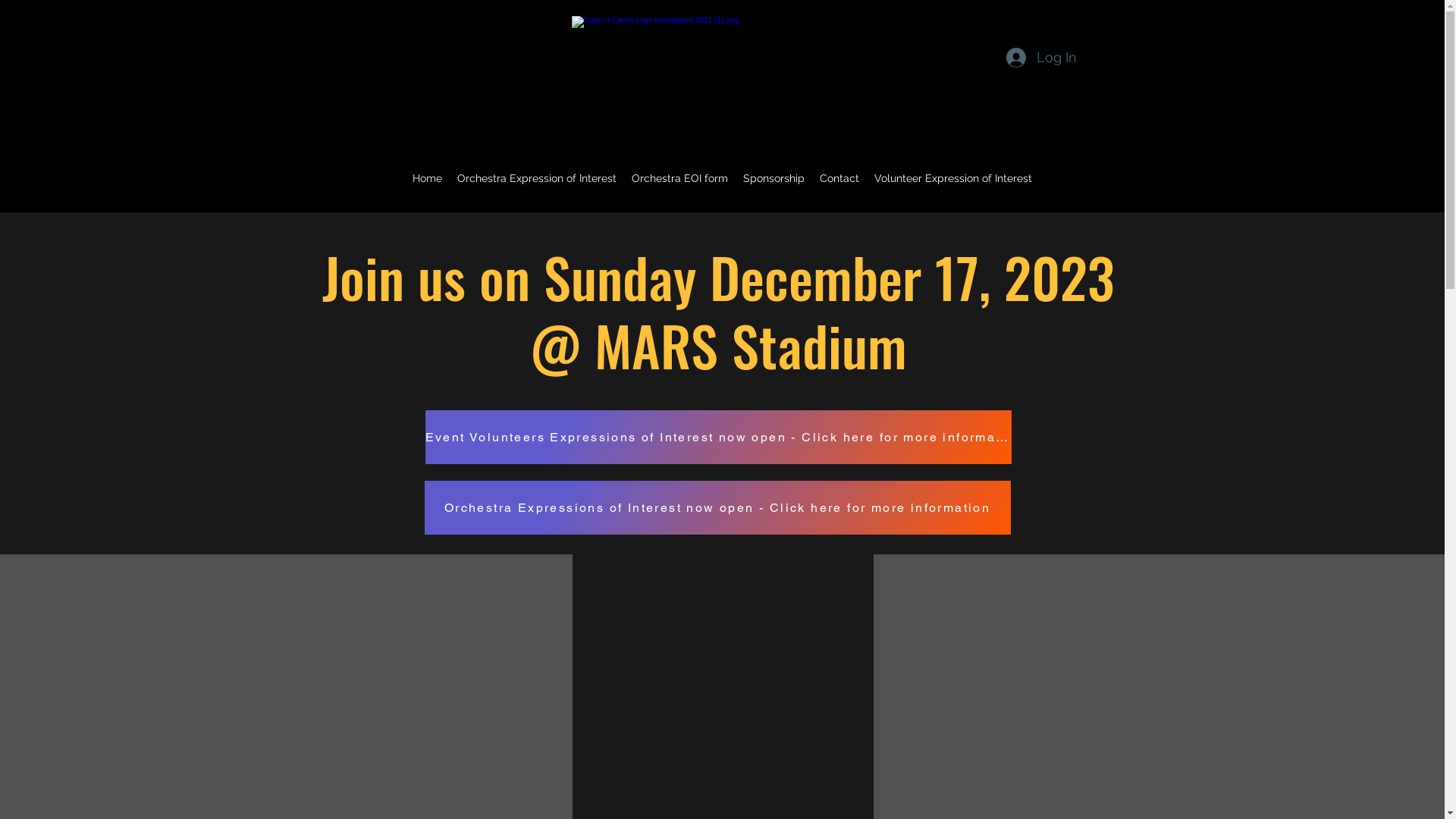 This screenshot has width=1456, height=819. Describe the element at coordinates (839, 177) in the screenshot. I see `'Contact'` at that location.